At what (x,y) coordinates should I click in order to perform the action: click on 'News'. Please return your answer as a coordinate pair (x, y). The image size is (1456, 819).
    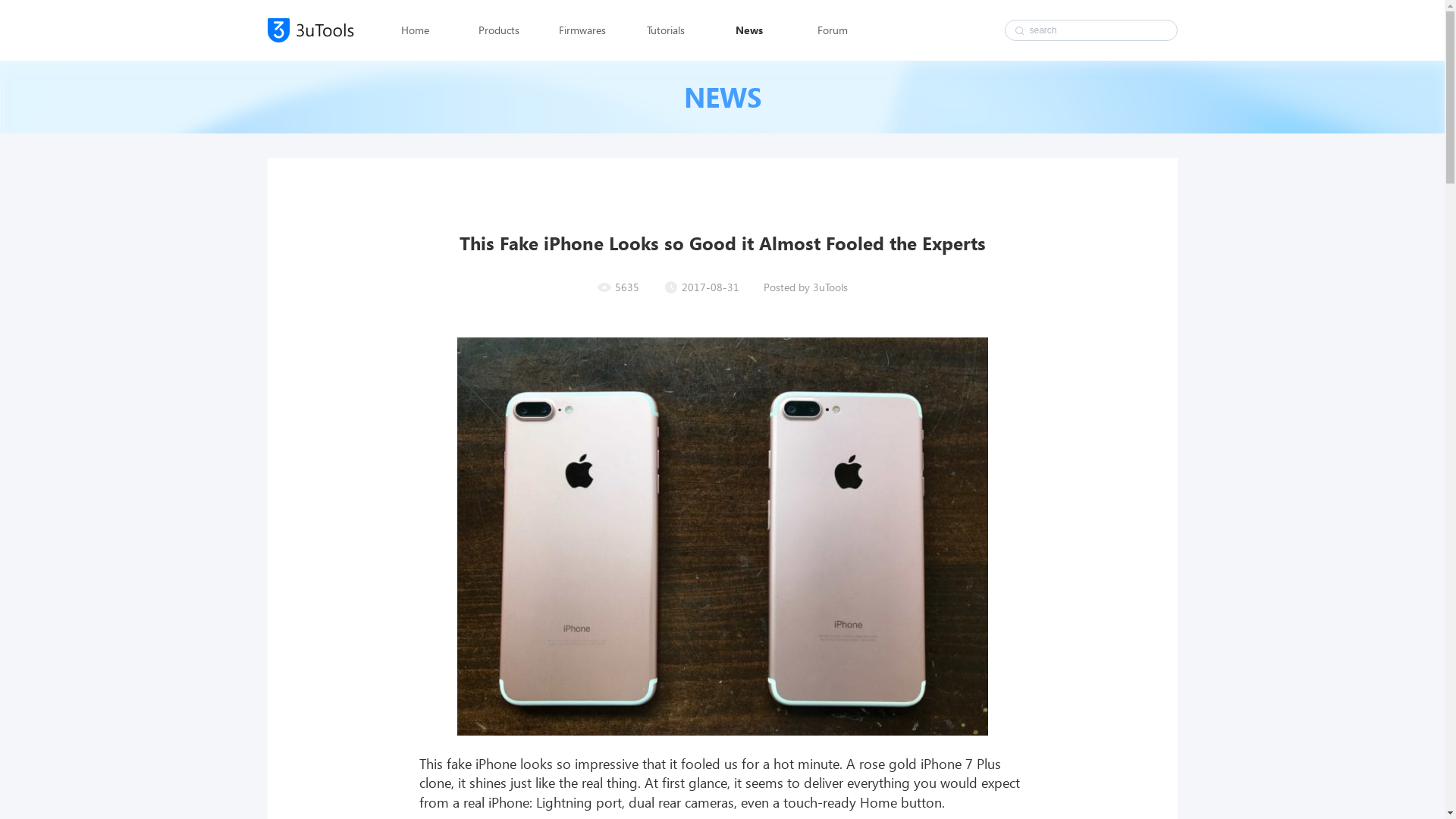
    Looking at the image, I should click on (720, 30).